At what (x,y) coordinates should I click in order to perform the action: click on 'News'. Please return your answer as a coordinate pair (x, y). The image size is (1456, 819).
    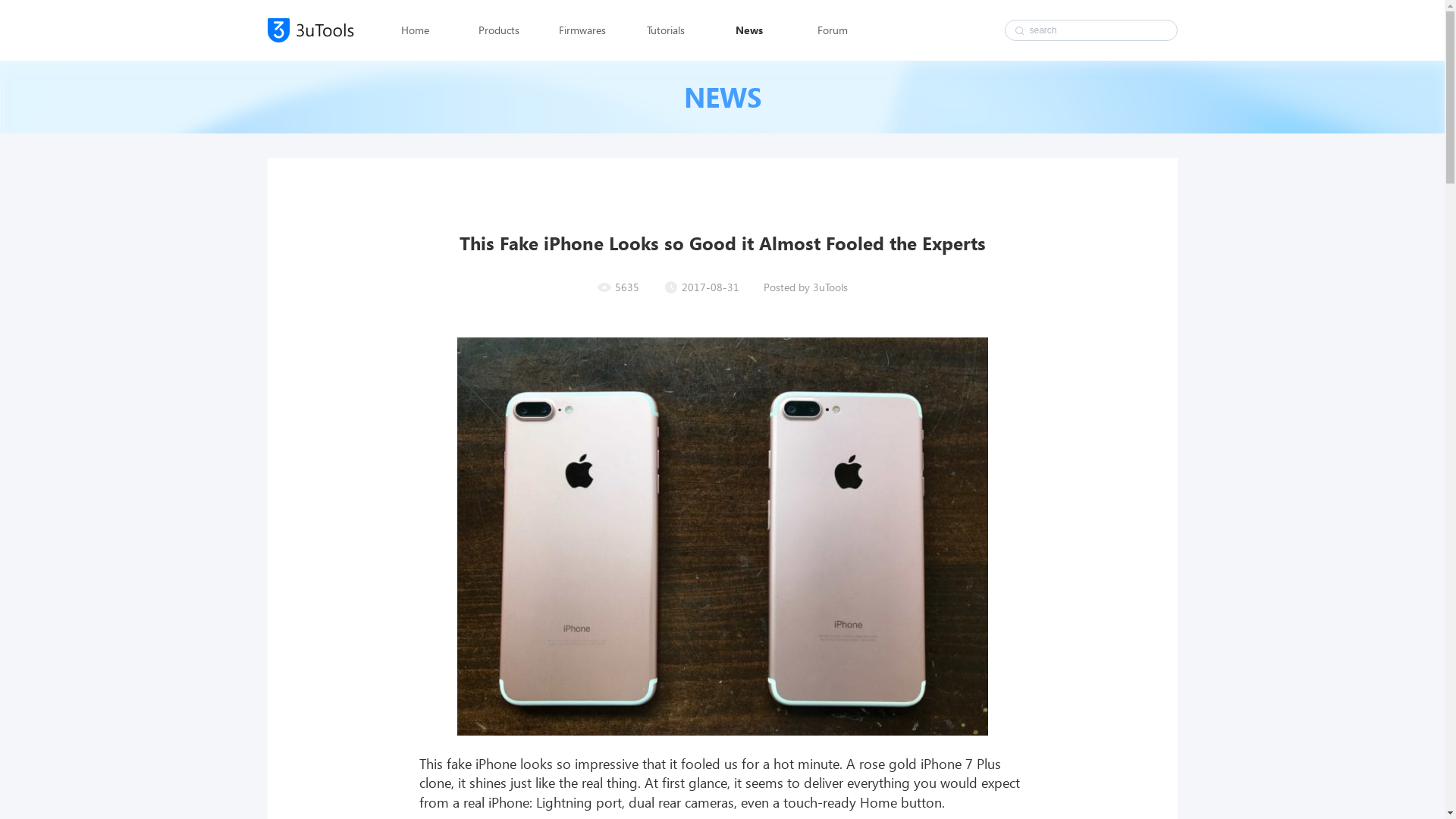
    Looking at the image, I should click on (720, 30).